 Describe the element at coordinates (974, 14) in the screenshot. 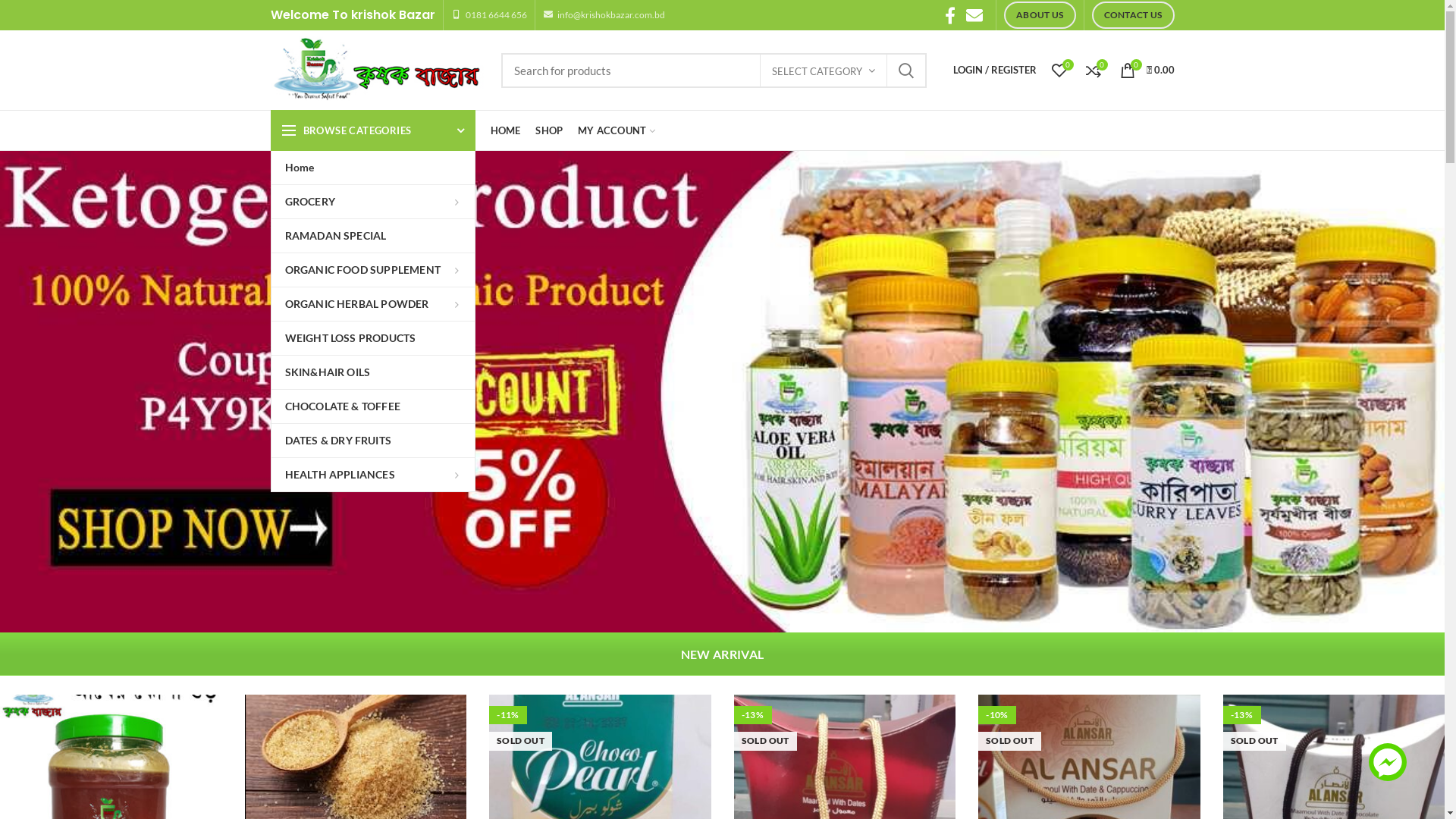

I see `'Email'` at that location.